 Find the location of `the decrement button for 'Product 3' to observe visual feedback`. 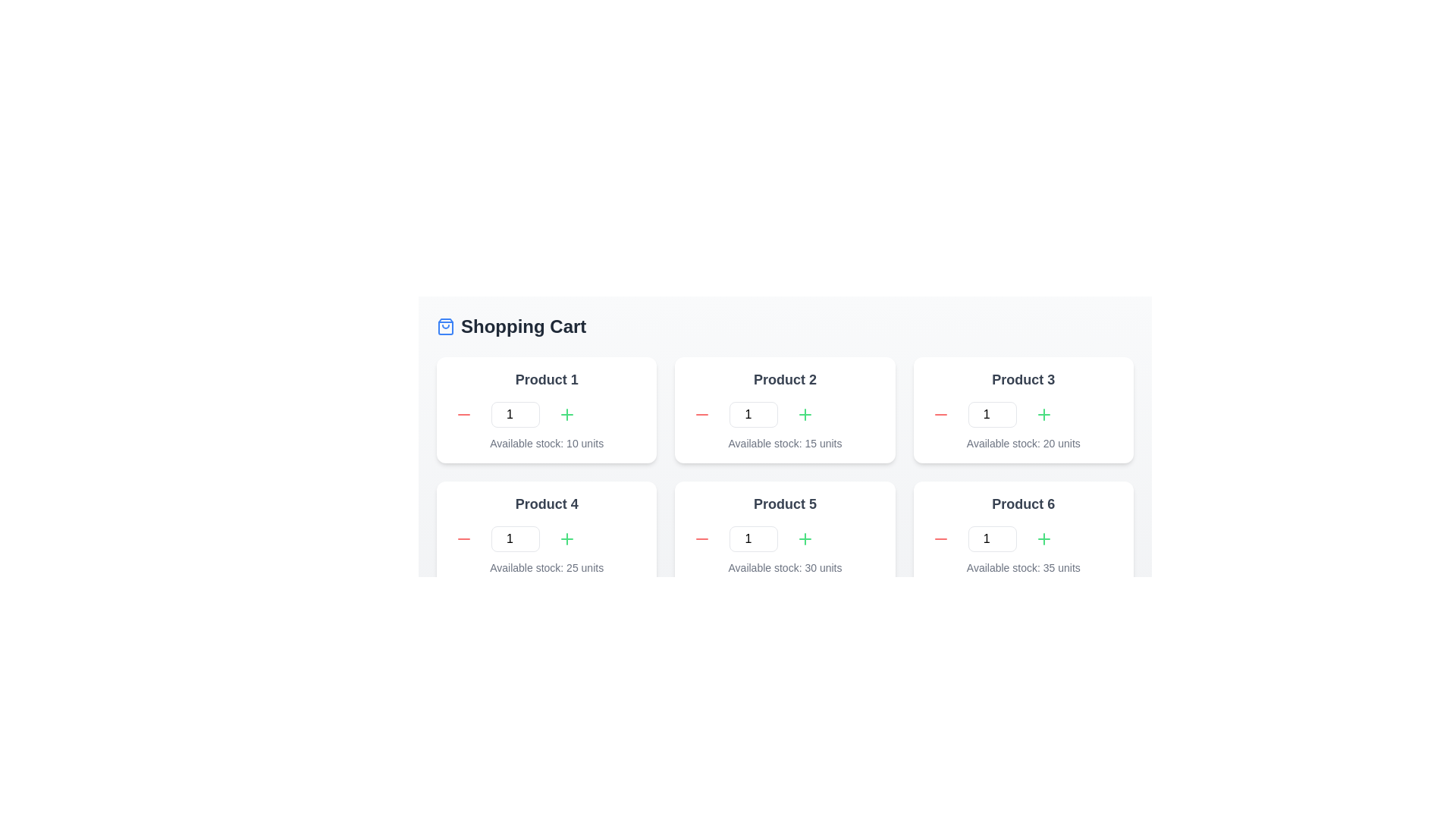

the decrement button for 'Product 3' to observe visual feedback is located at coordinates (940, 415).